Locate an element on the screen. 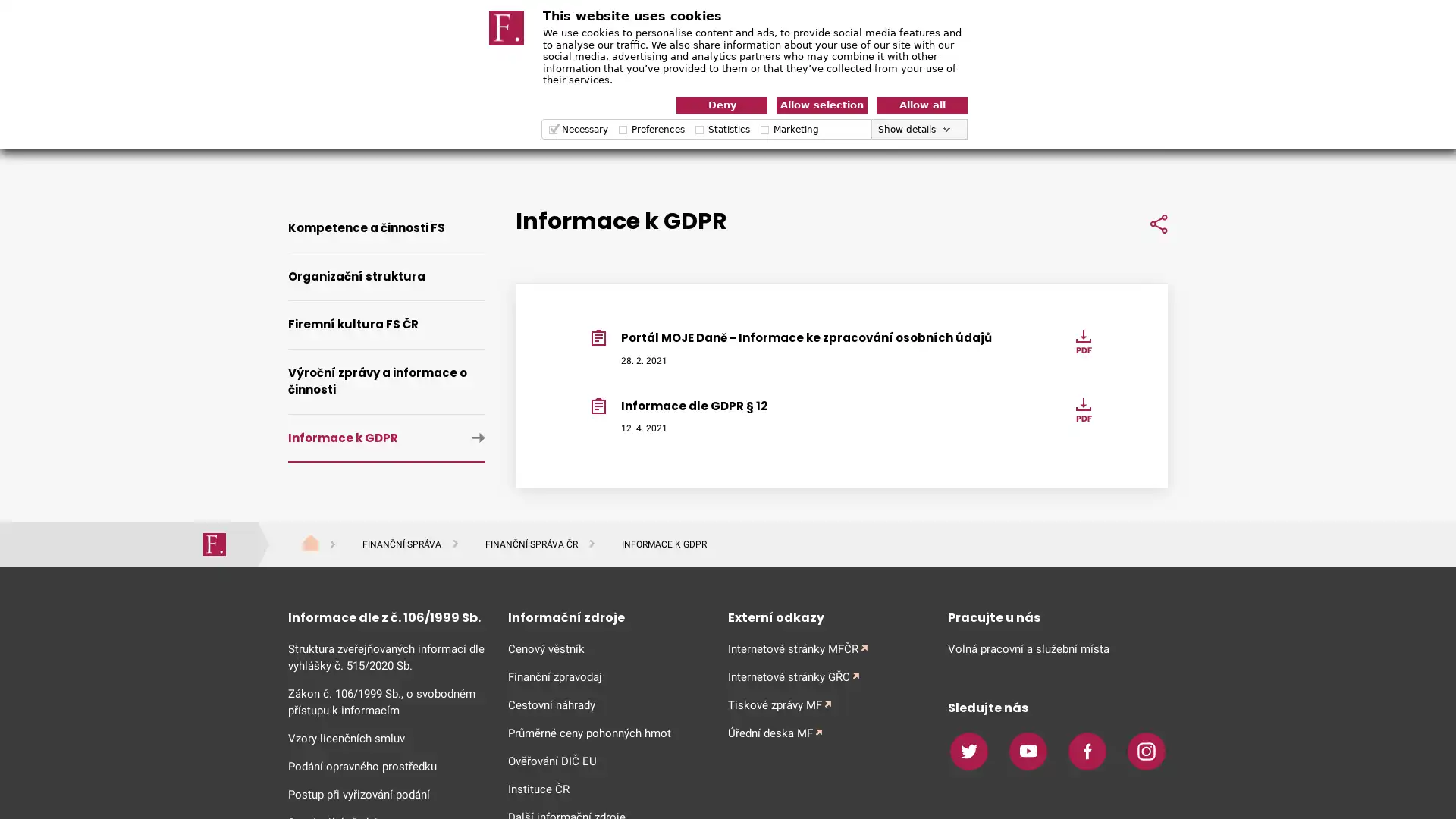 Image resolution: width=1456 pixels, height=819 pixels. Pracujte u nas is located at coordinates (1057, 617).